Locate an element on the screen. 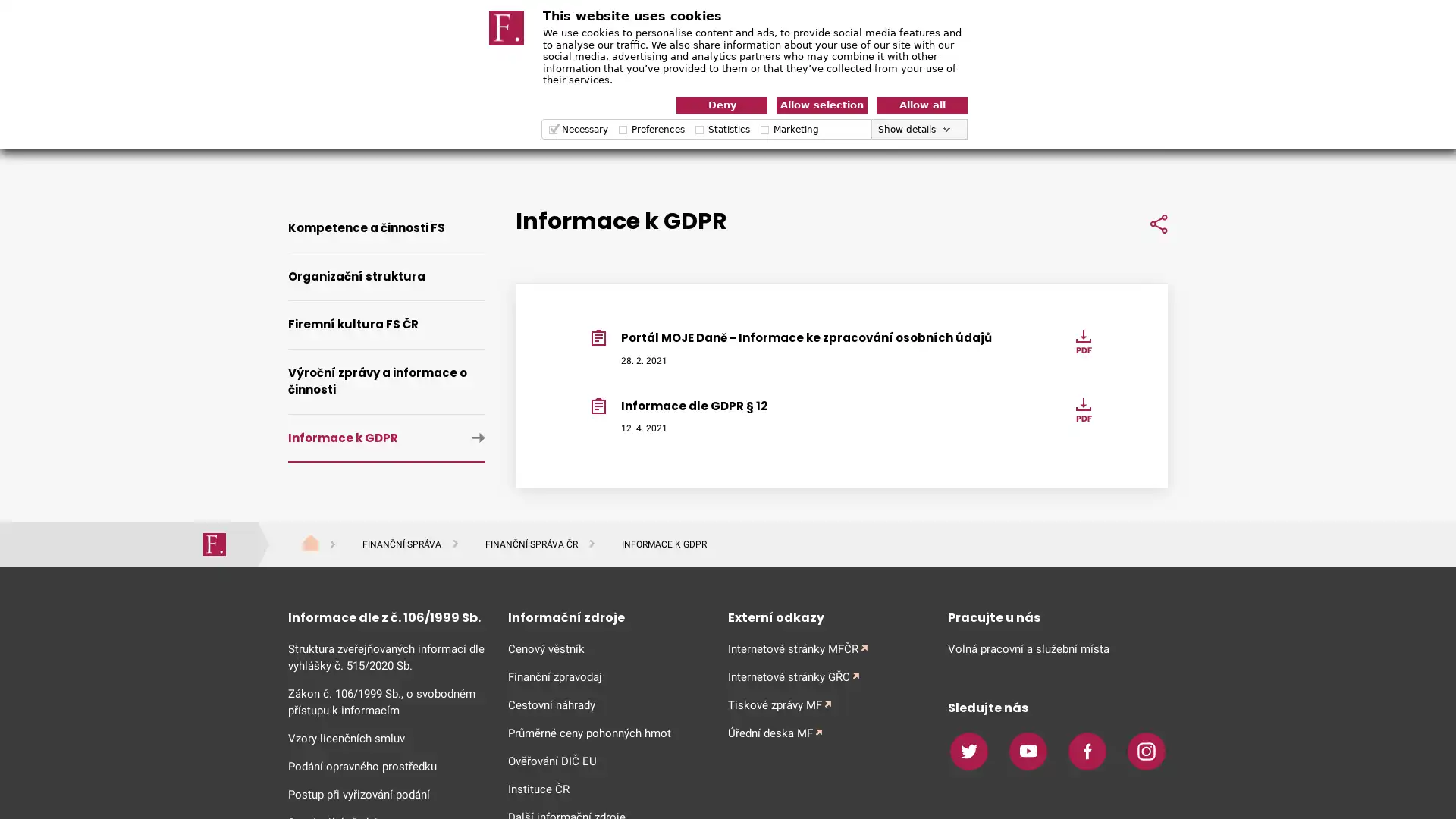 Image resolution: width=1456 pixels, height=819 pixels. Pracujte u nas is located at coordinates (1057, 617).